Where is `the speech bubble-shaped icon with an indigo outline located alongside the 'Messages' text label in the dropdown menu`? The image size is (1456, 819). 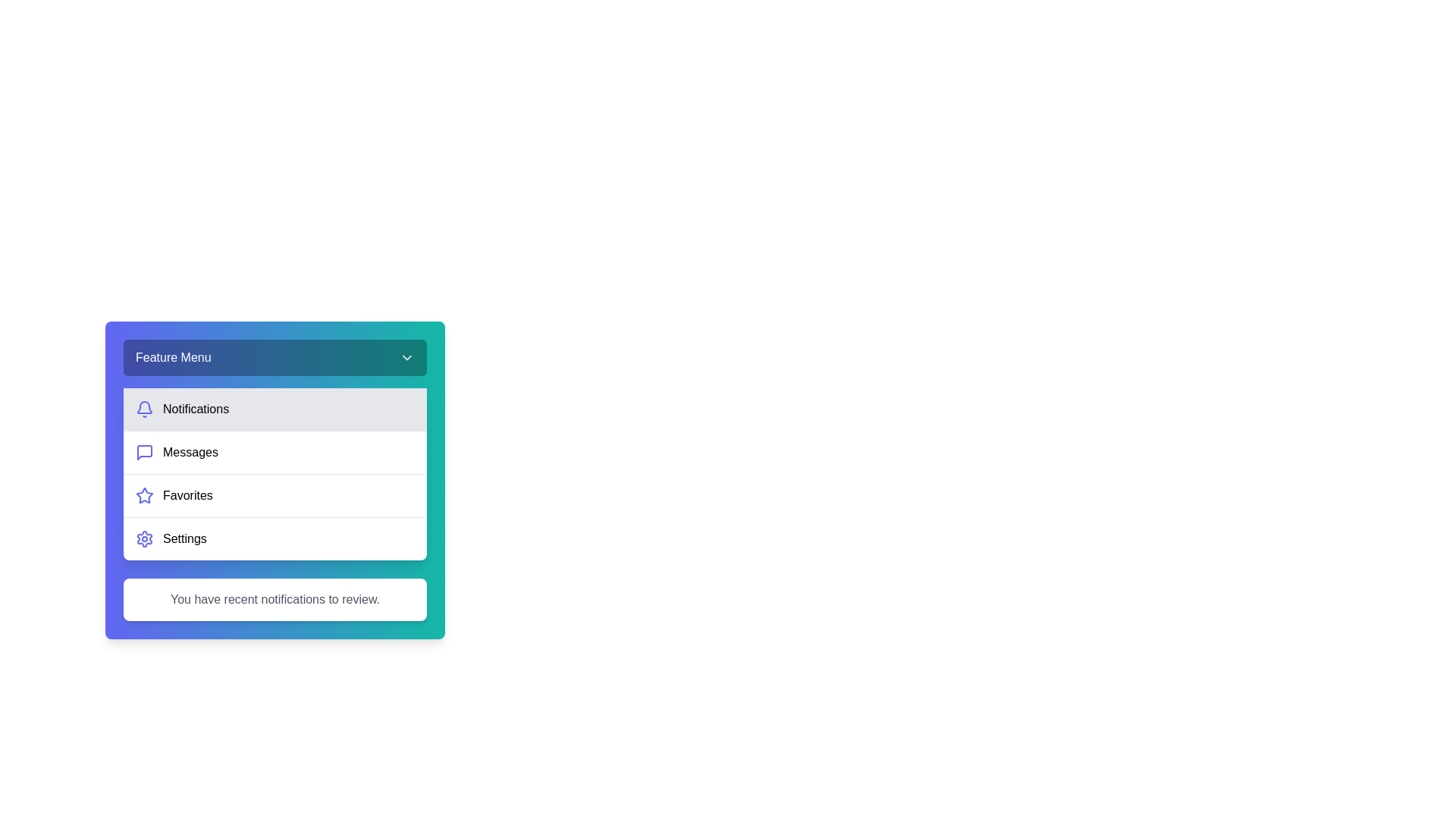 the speech bubble-shaped icon with an indigo outline located alongside the 'Messages' text label in the dropdown menu is located at coordinates (145, 452).